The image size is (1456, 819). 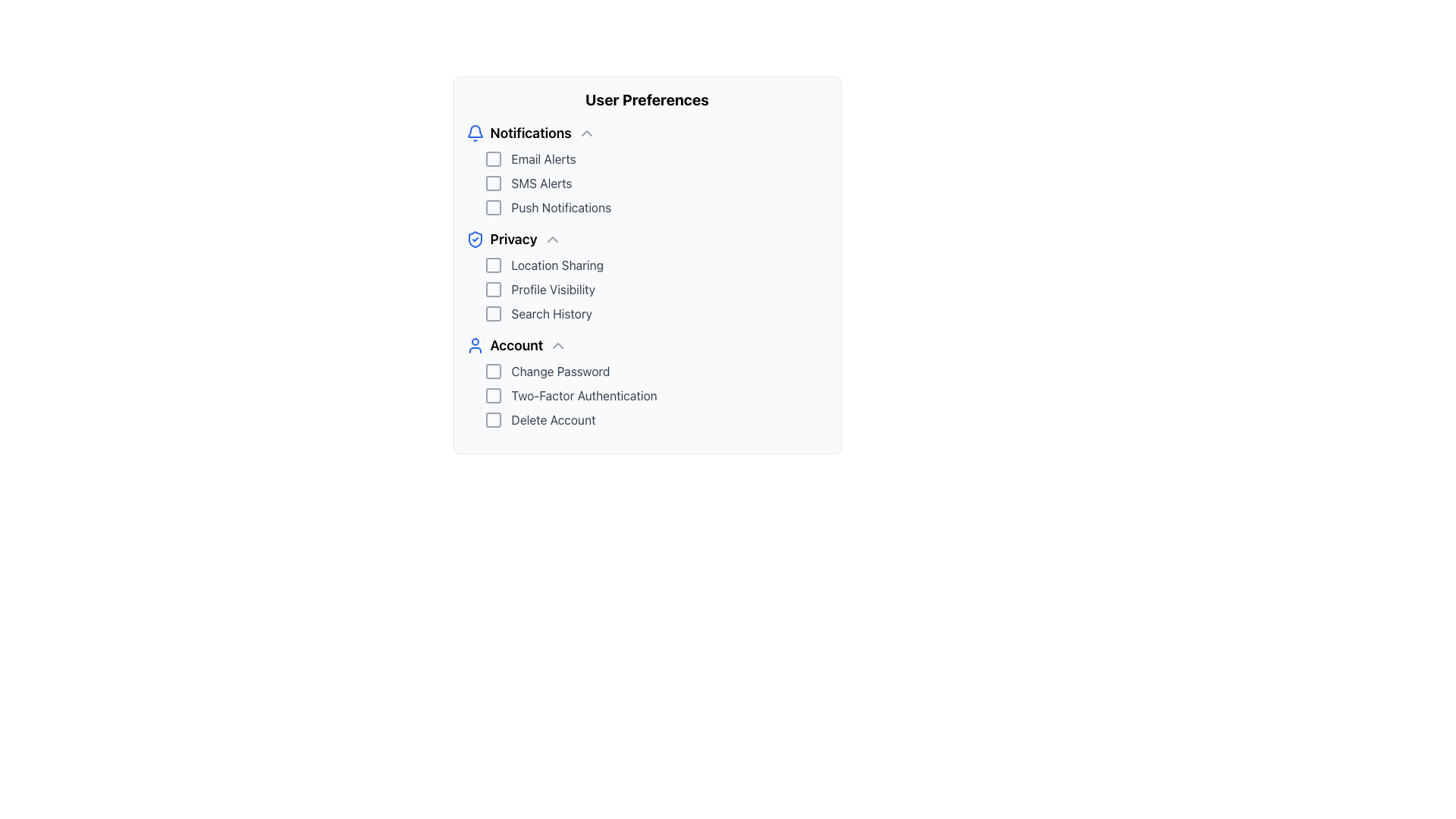 What do you see at coordinates (544, 158) in the screenshot?
I see `the 'Email Alerts' text label in the Notifications section of the User Preferences settings panel` at bounding box center [544, 158].